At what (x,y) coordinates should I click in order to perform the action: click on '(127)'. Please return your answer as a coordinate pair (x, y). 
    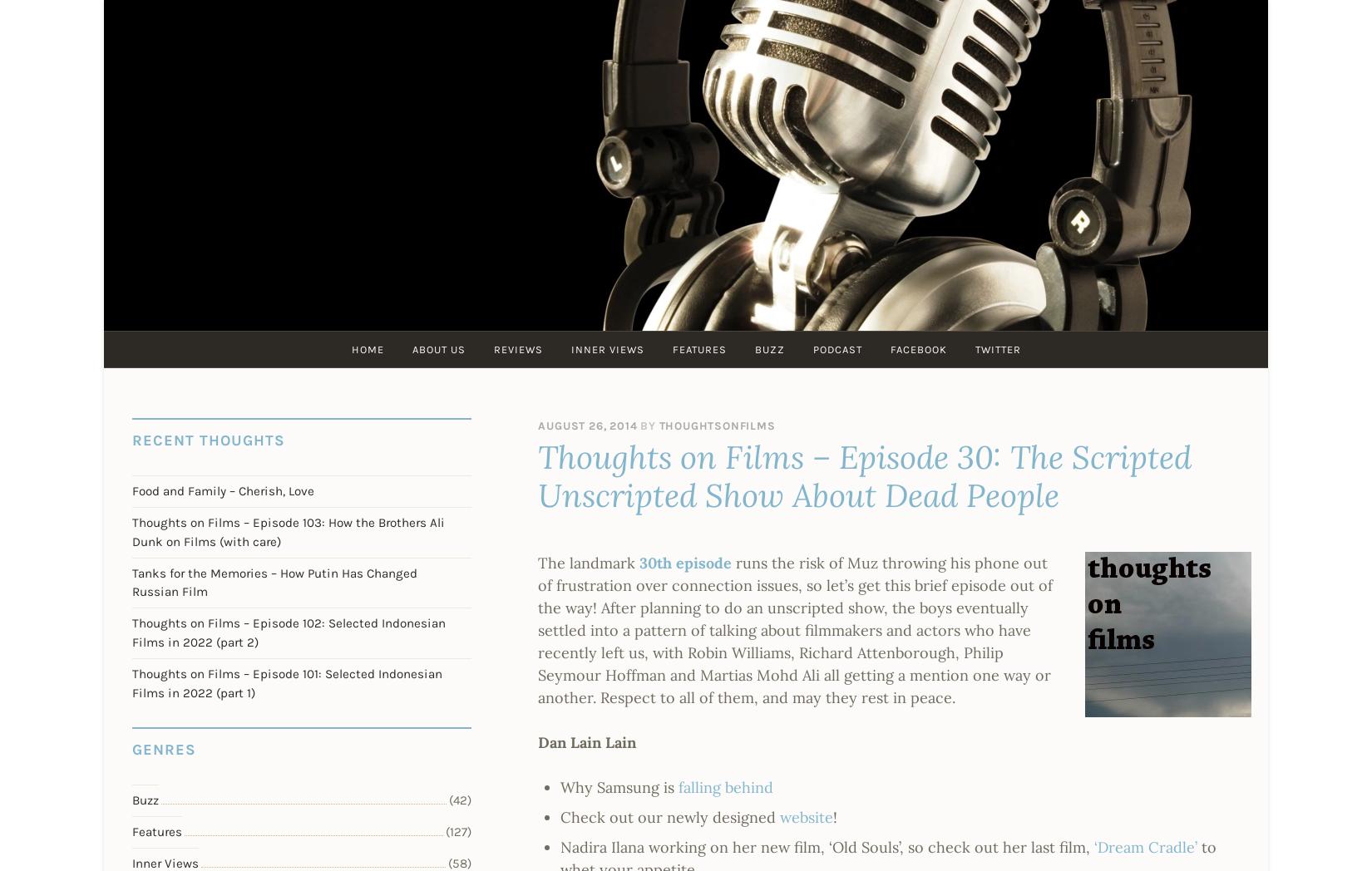
    Looking at the image, I should click on (457, 830).